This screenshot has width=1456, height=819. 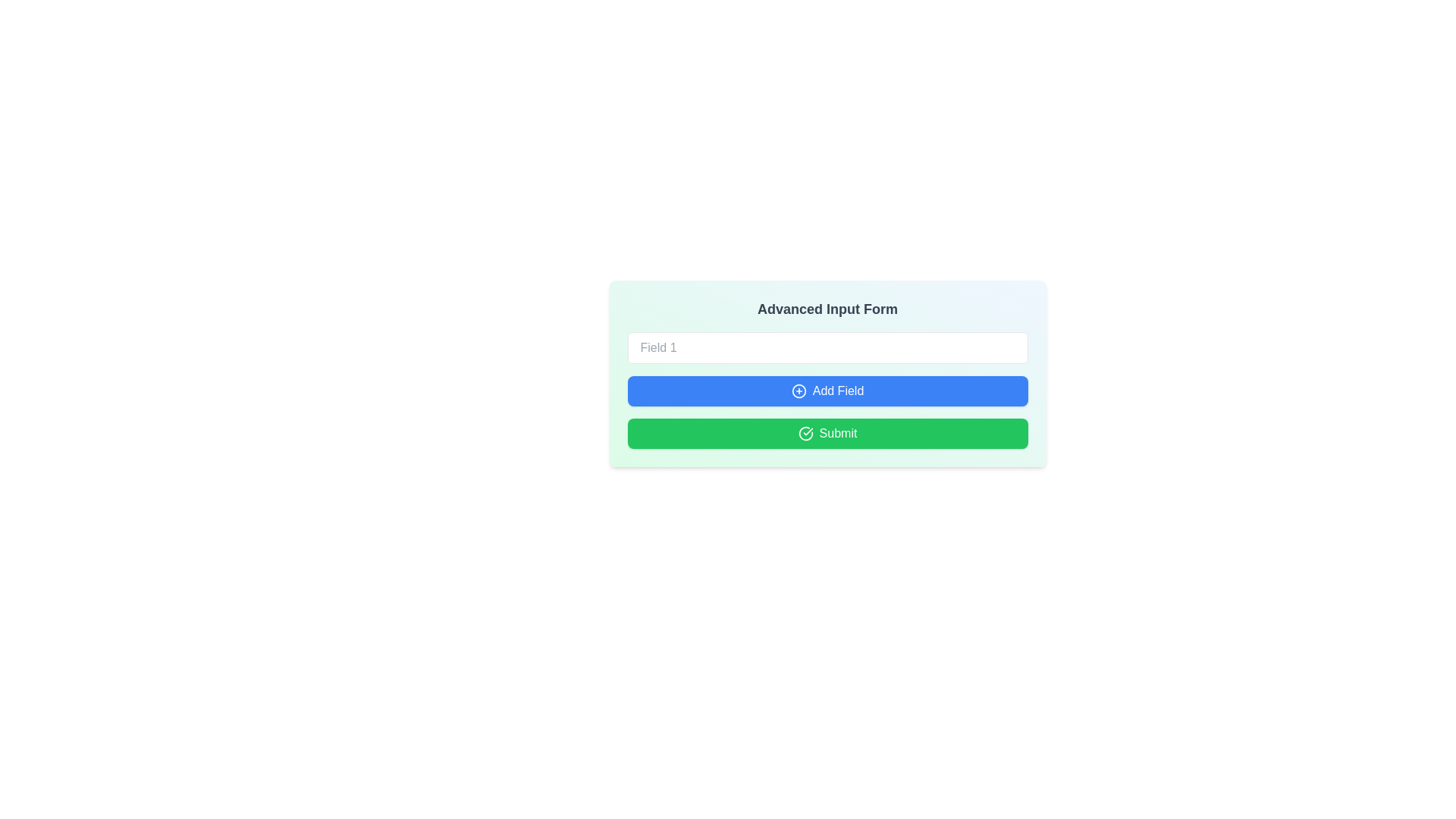 What do you see at coordinates (827, 348) in the screenshot?
I see `to select text in the 'Field 1' input field, which is a horizontally-aligned text input with rounded corners and a placeholder at the top of the form` at bounding box center [827, 348].